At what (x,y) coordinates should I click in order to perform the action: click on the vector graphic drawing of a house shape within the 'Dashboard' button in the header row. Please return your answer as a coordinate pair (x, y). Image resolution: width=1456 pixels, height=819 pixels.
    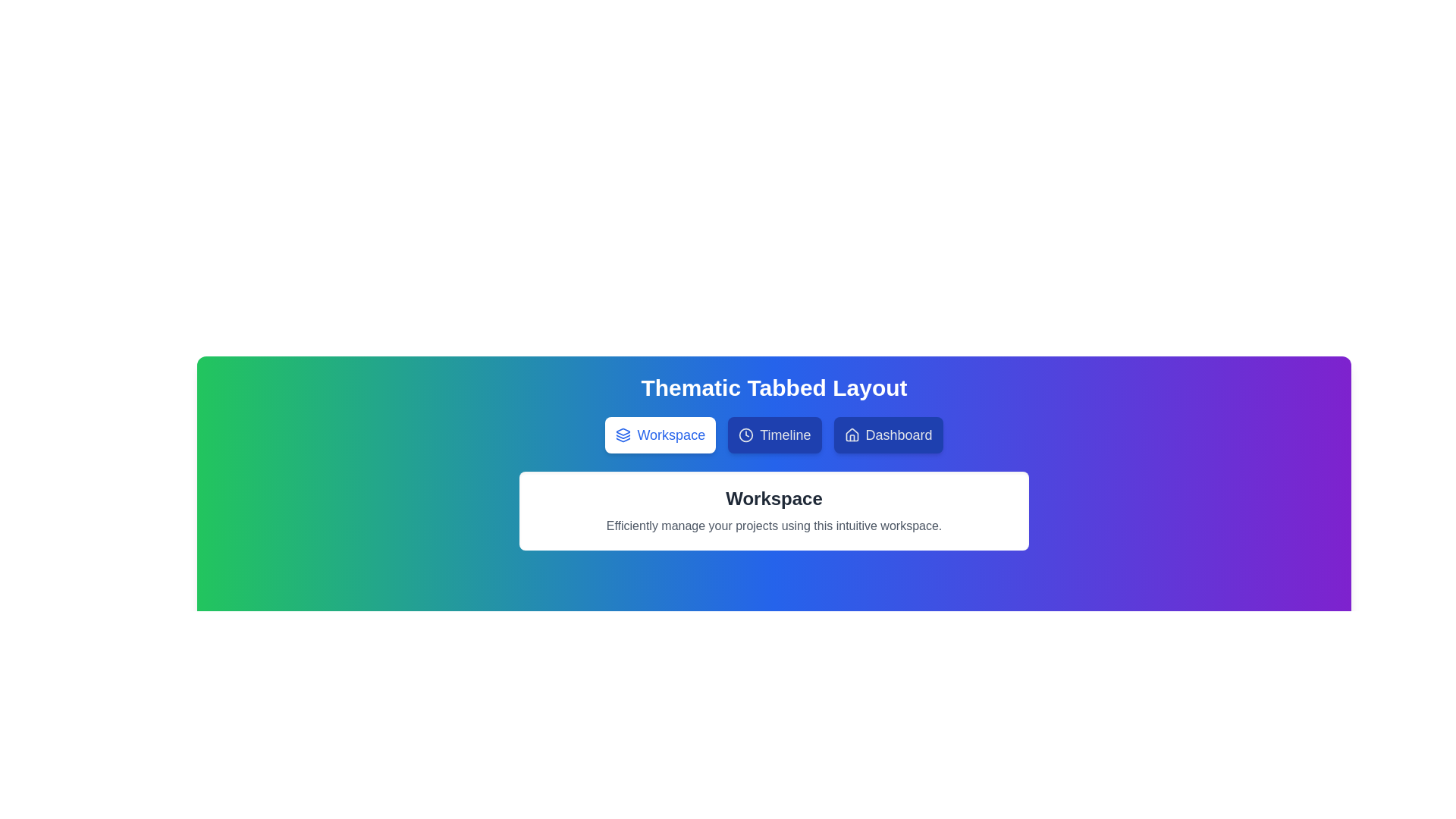
    Looking at the image, I should click on (852, 435).